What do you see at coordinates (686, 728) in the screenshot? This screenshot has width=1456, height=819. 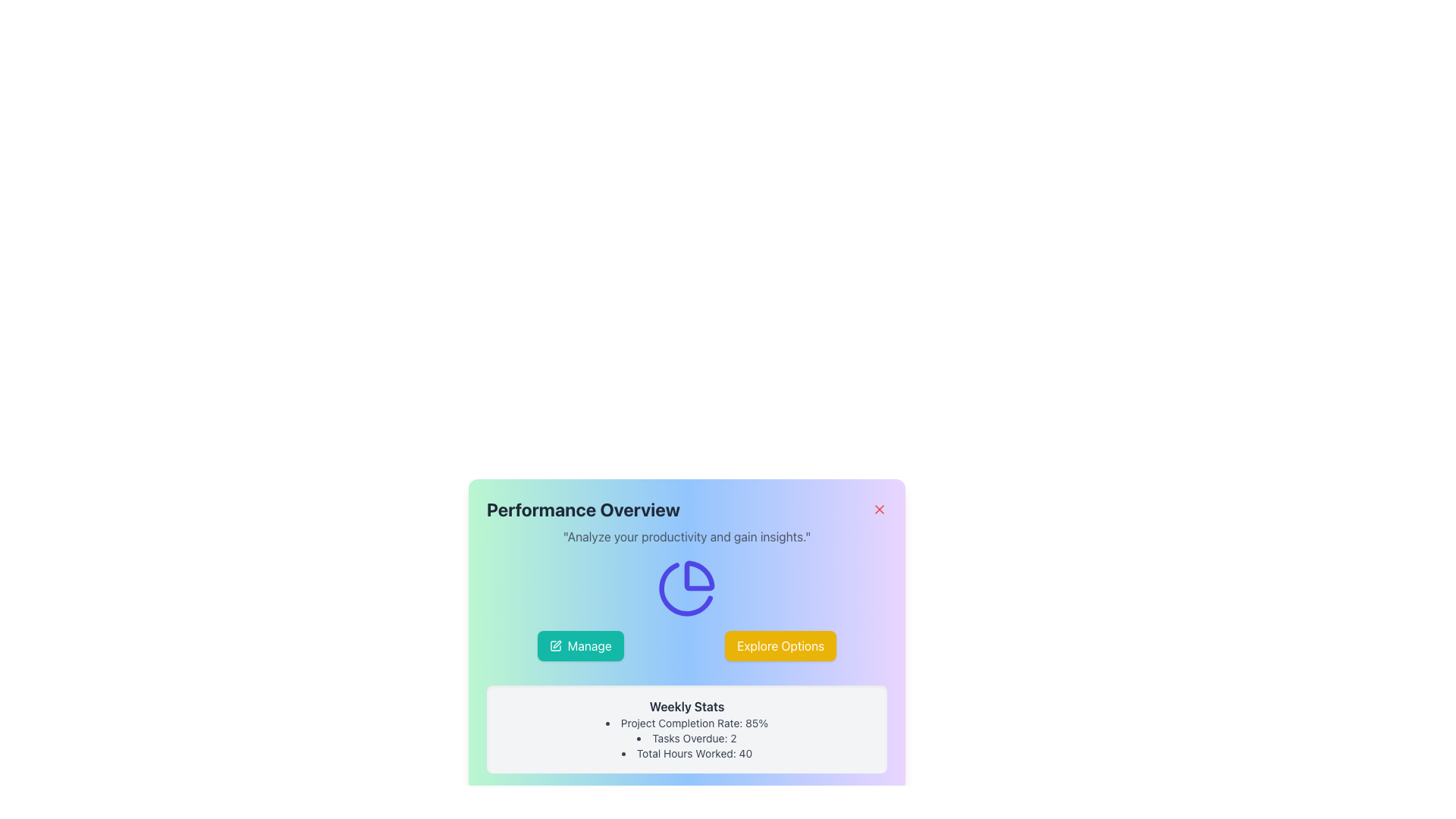 I see `the informational text block displaying statistical information about work-related metrics, located at the bottom of the 'Performance Overview' panel` at bounding box center [686, 728].